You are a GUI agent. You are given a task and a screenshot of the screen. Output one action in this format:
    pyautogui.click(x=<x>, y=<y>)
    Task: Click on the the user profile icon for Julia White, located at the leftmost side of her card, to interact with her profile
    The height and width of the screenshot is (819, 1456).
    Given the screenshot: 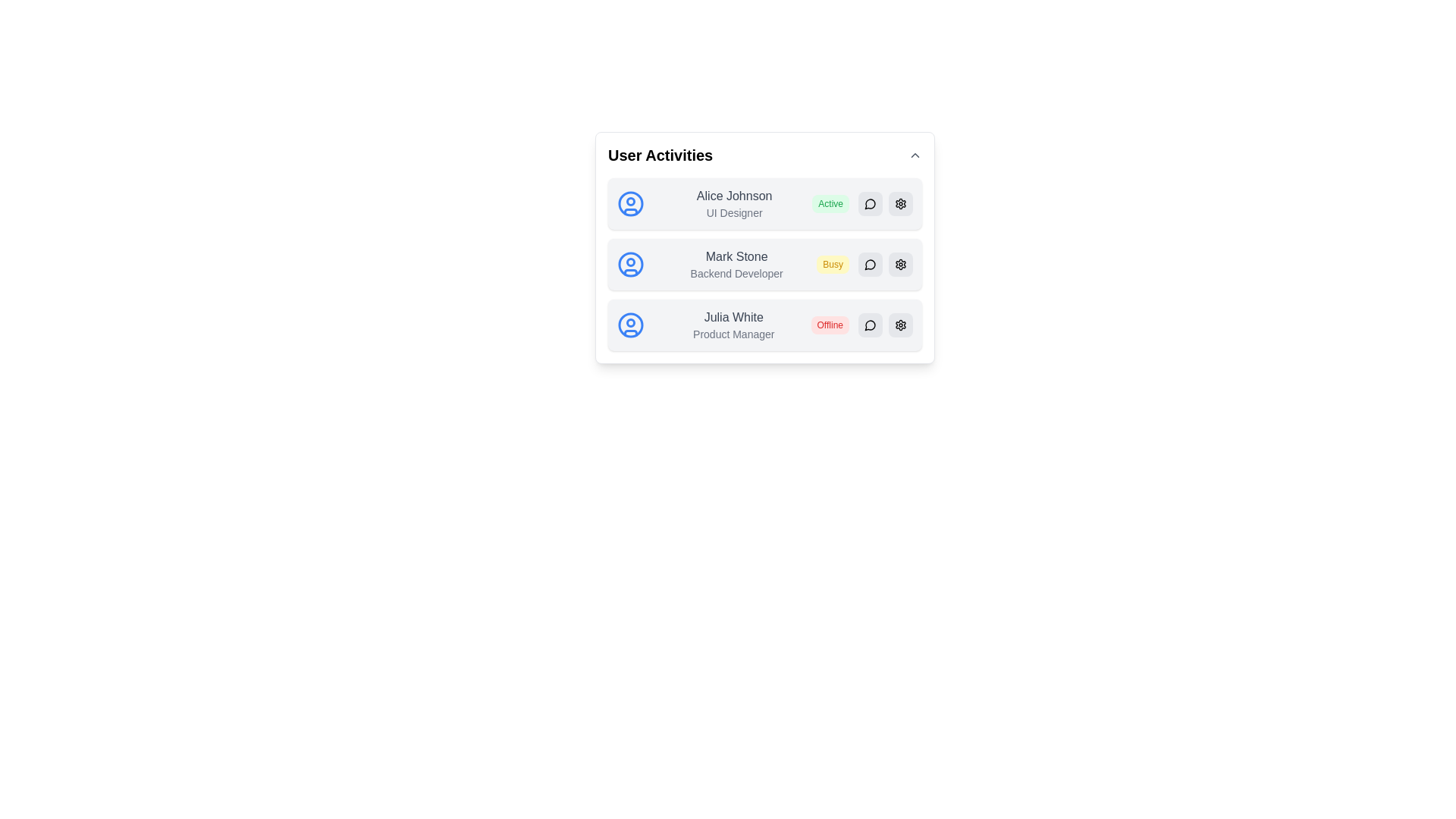 What is the action you would take?
    pyautogui.click(x=630, y=324)
    